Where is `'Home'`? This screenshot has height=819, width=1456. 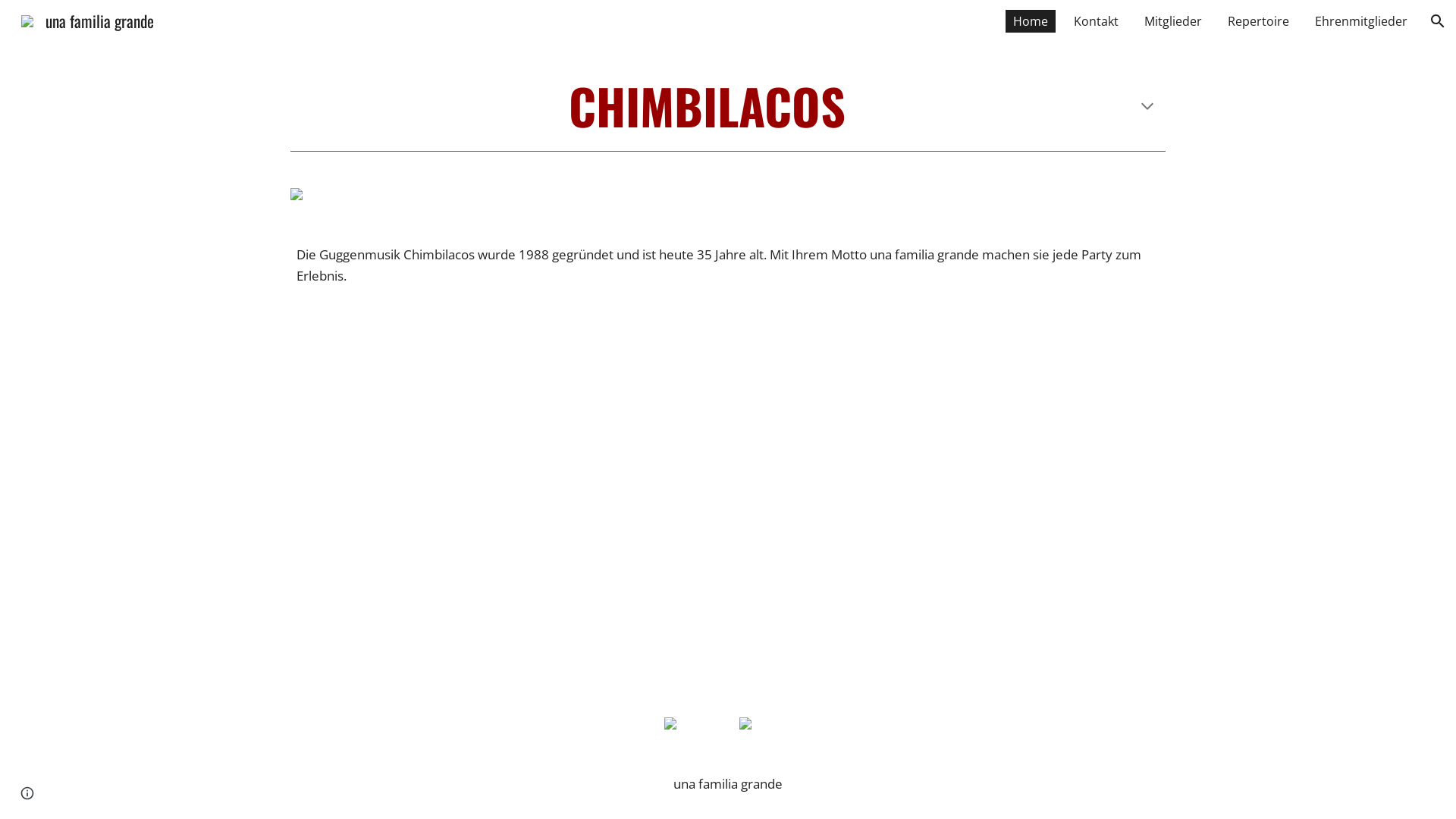 'Home' is located at coordinates (1005, 20).